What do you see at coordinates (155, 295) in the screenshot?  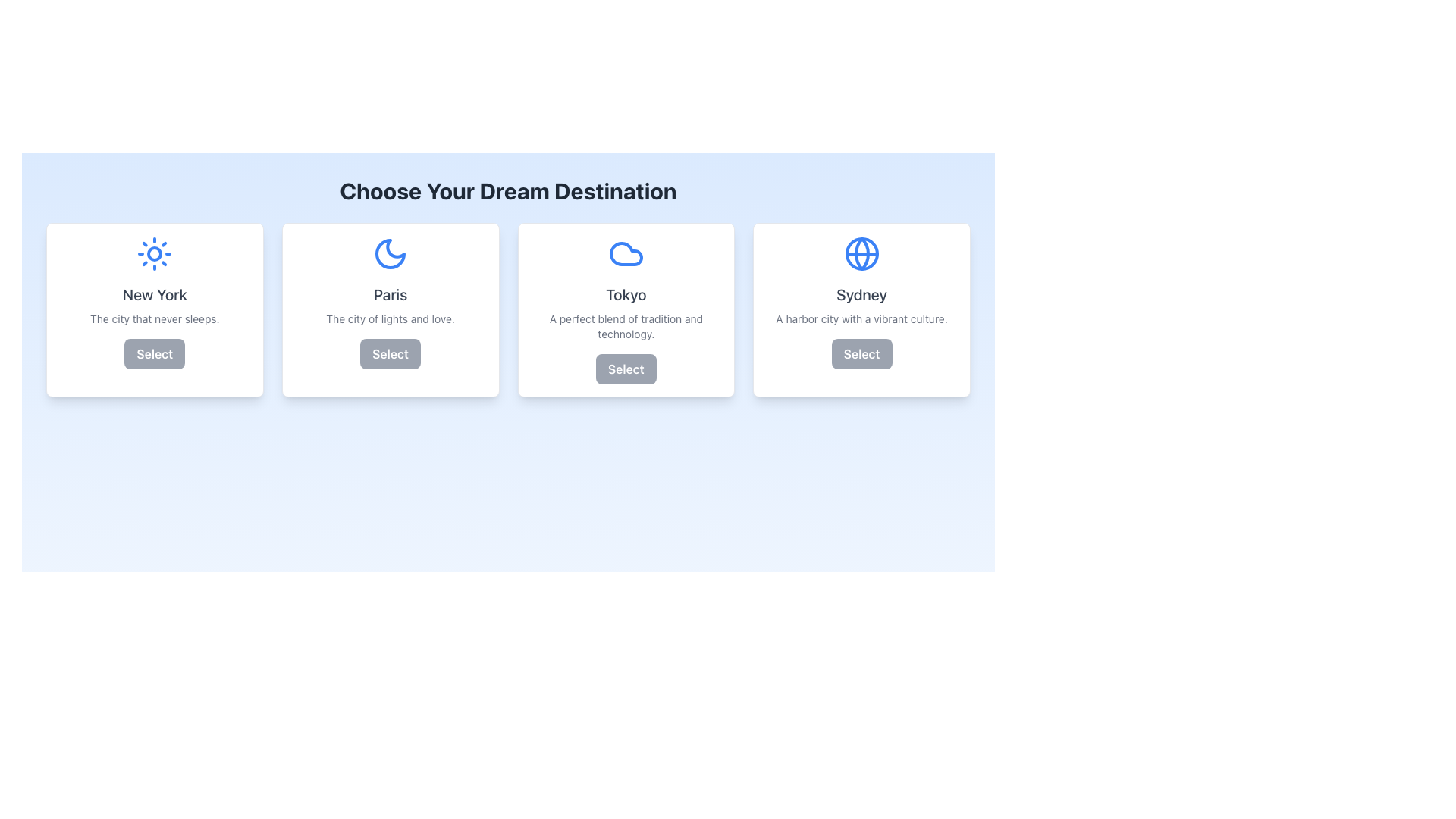 I see `the text label indicating the name of the featured city, 'New York', which is positioned in the first card from the left in a grid of four cards, centered horizontally below the sun icon` at bounding box center [155, 295].